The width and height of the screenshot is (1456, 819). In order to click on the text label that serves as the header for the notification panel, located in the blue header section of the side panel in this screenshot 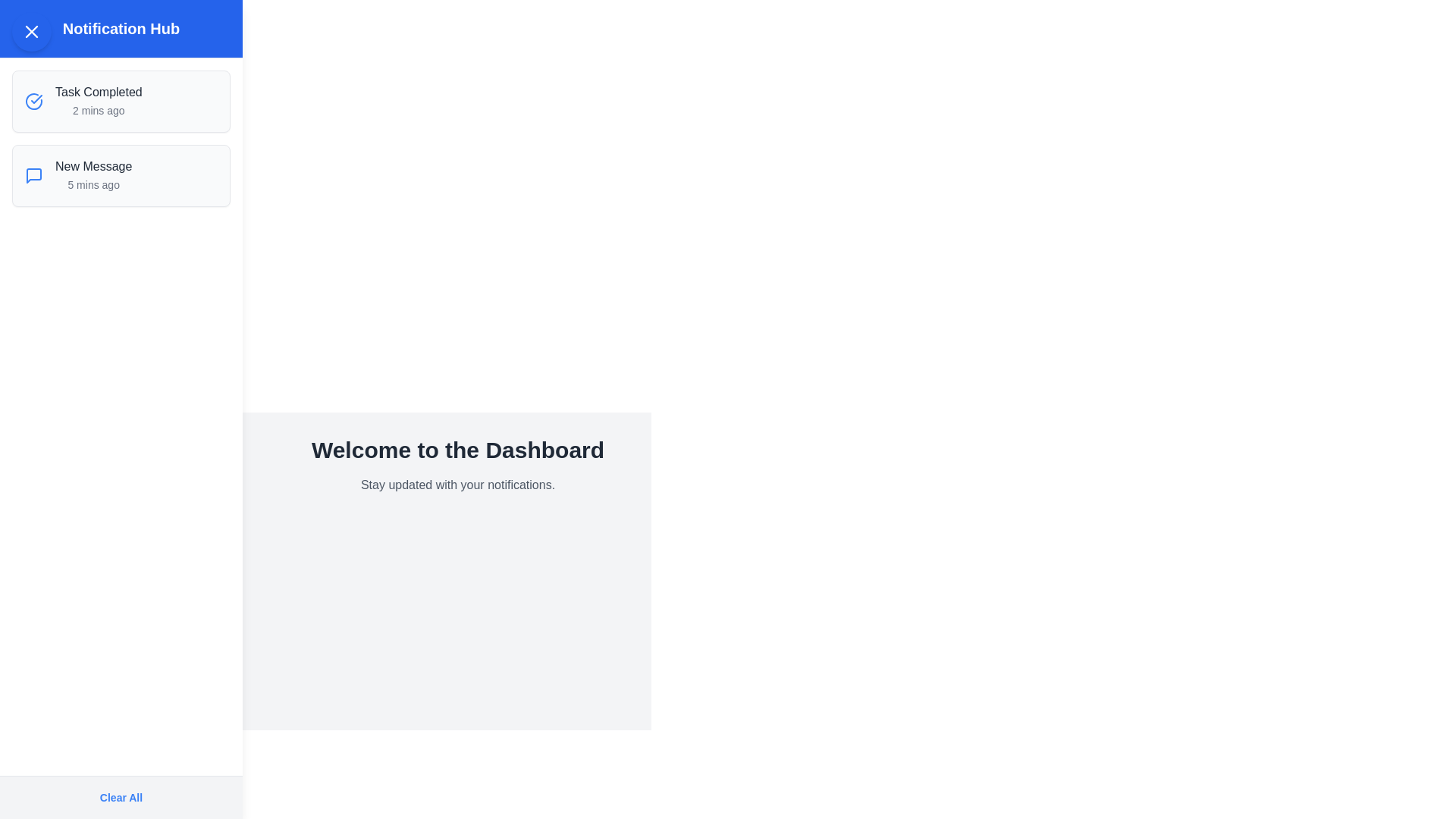, I will do `click(120, 29)`.